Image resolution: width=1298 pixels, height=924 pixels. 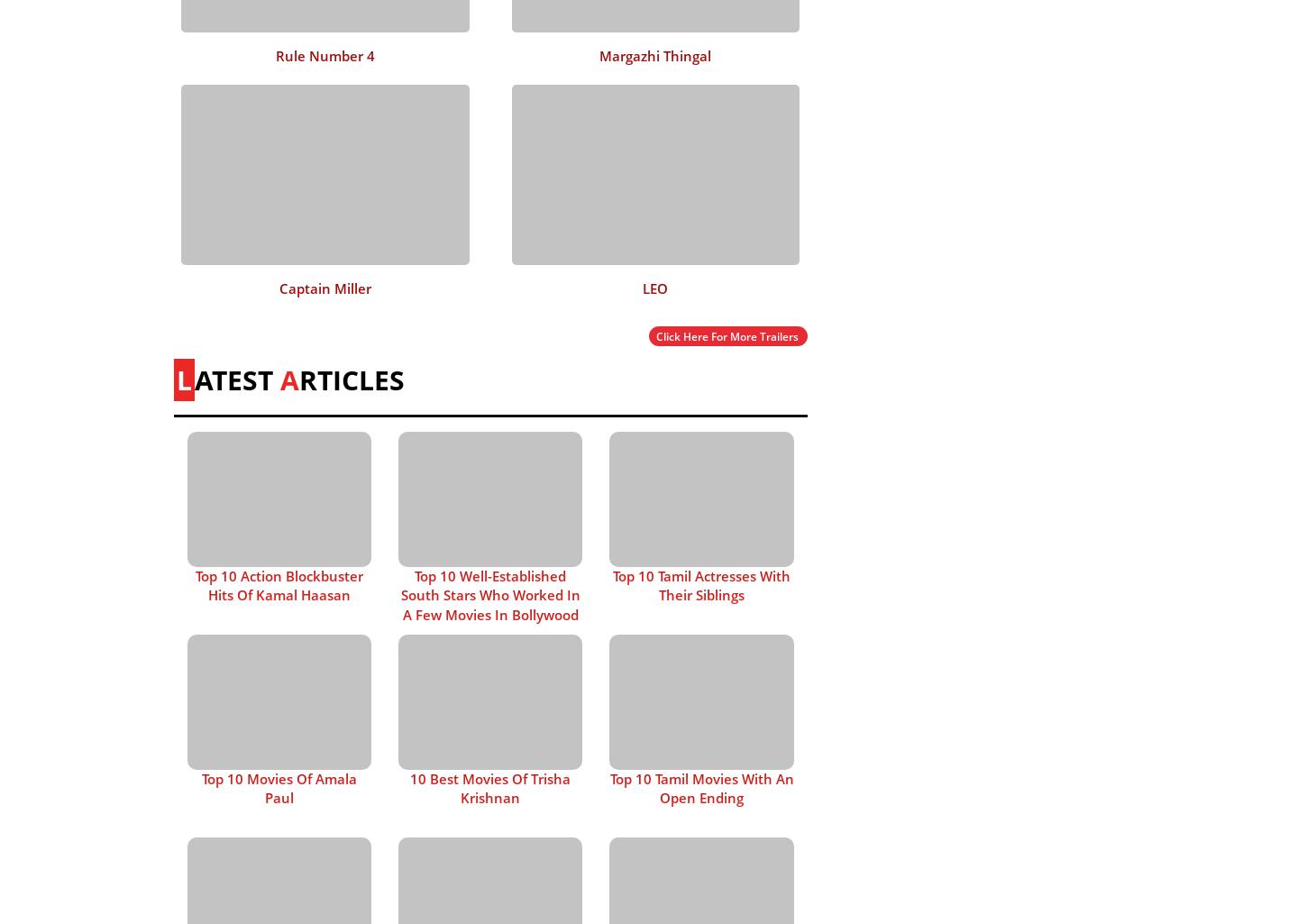 What do you see at coordinates (289, 378) in the screenshot?
I see `'A'` at bounding box center [289, 378].